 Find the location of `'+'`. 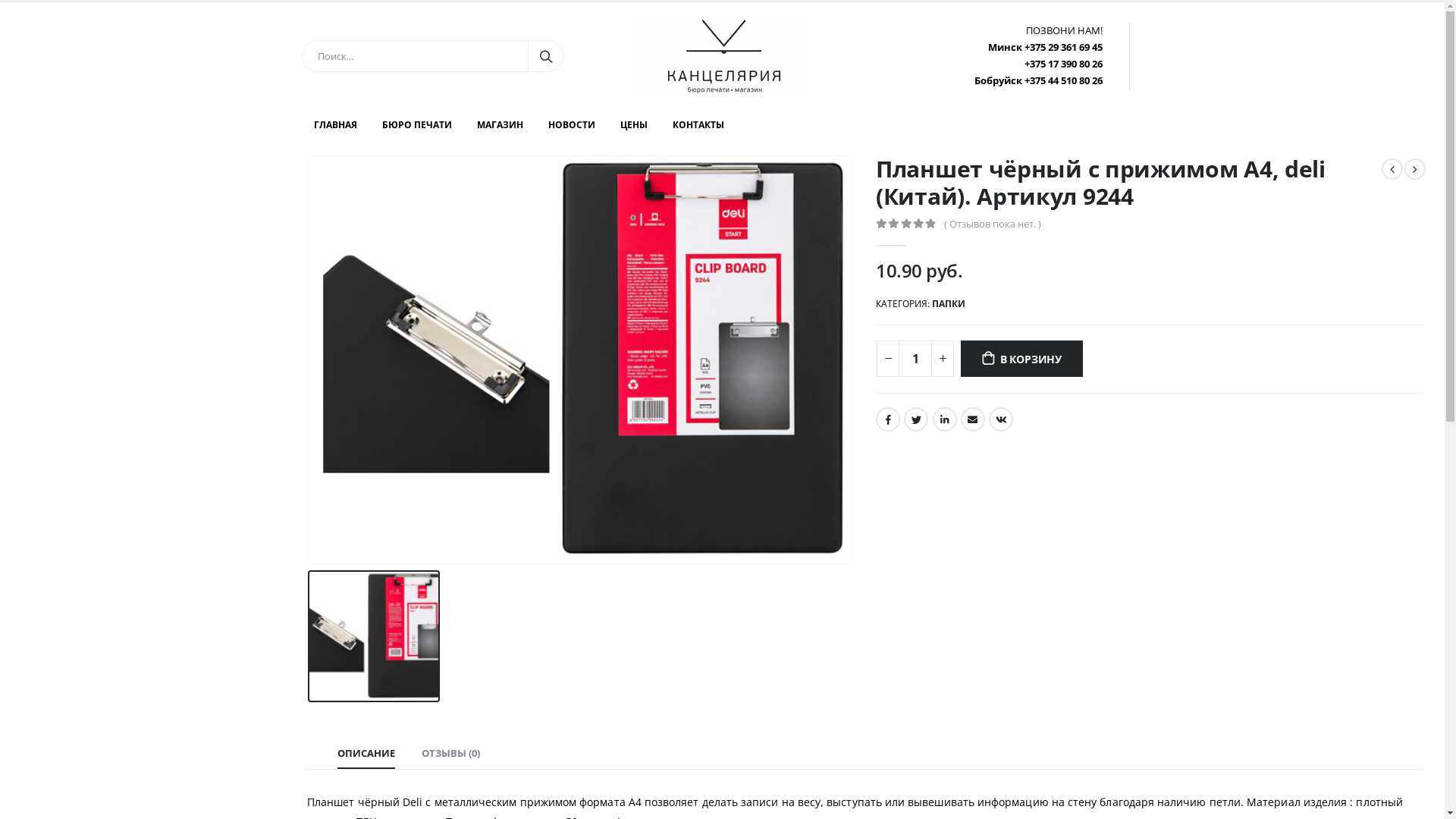

'+' is located at coordinates (942, 359).